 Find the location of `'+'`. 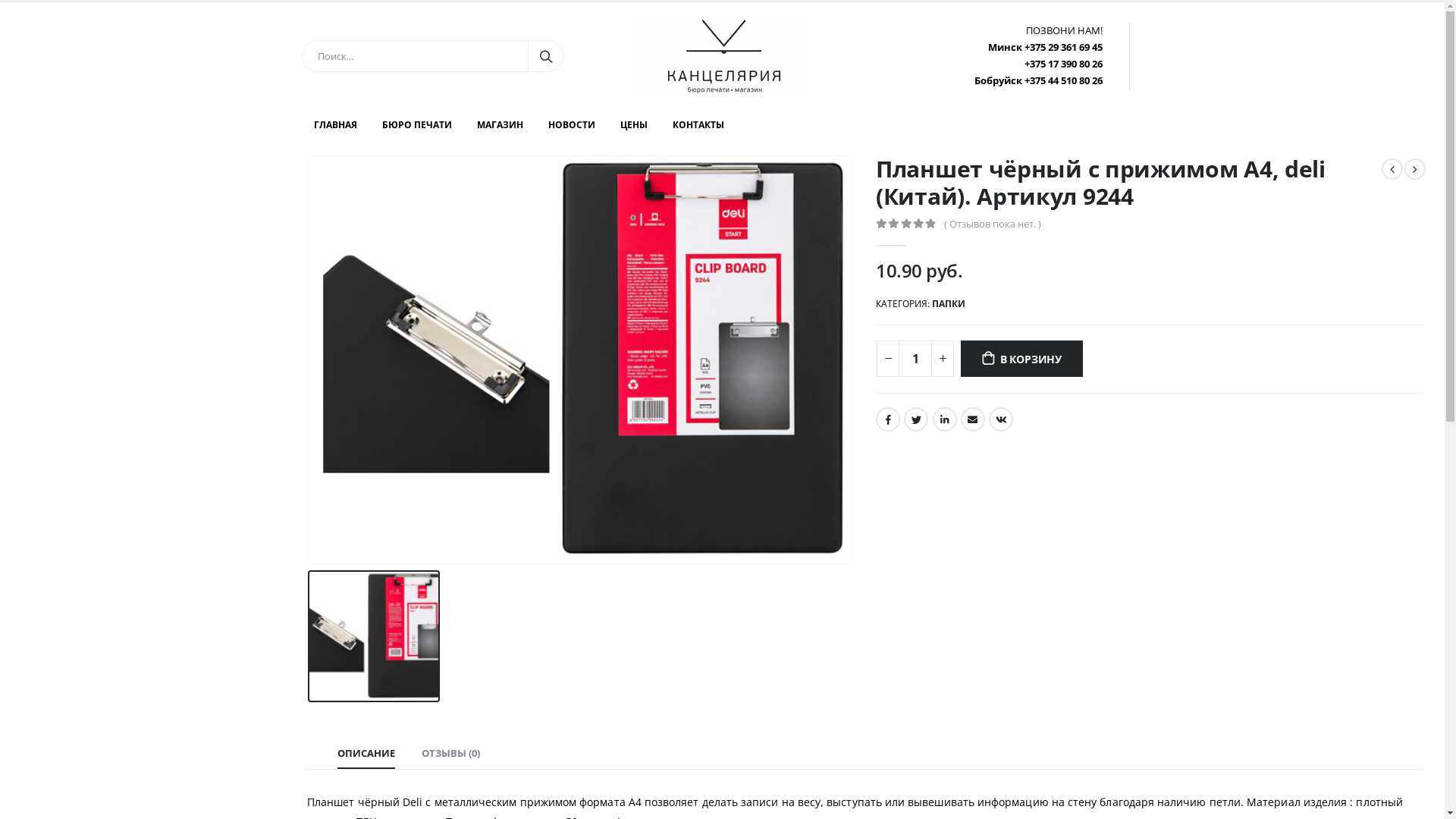

'+' is located at coordinates (942, 359).